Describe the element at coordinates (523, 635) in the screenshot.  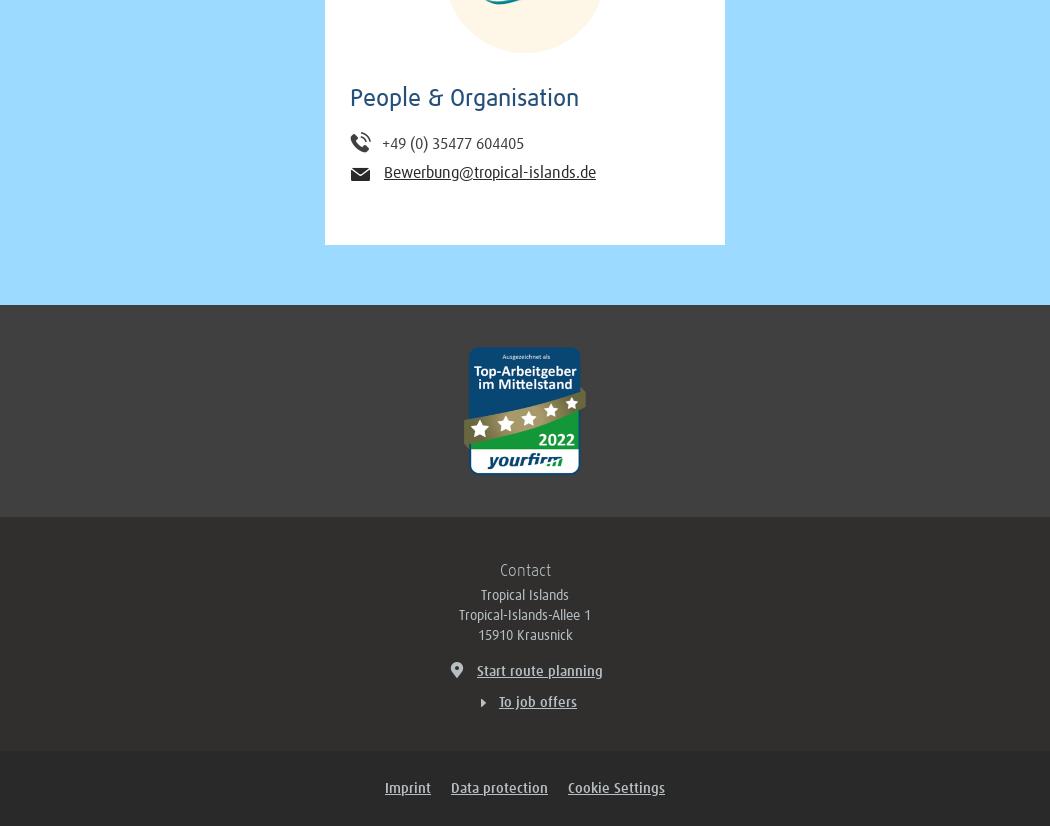
I see `'15910 Krausnick'` at that location.